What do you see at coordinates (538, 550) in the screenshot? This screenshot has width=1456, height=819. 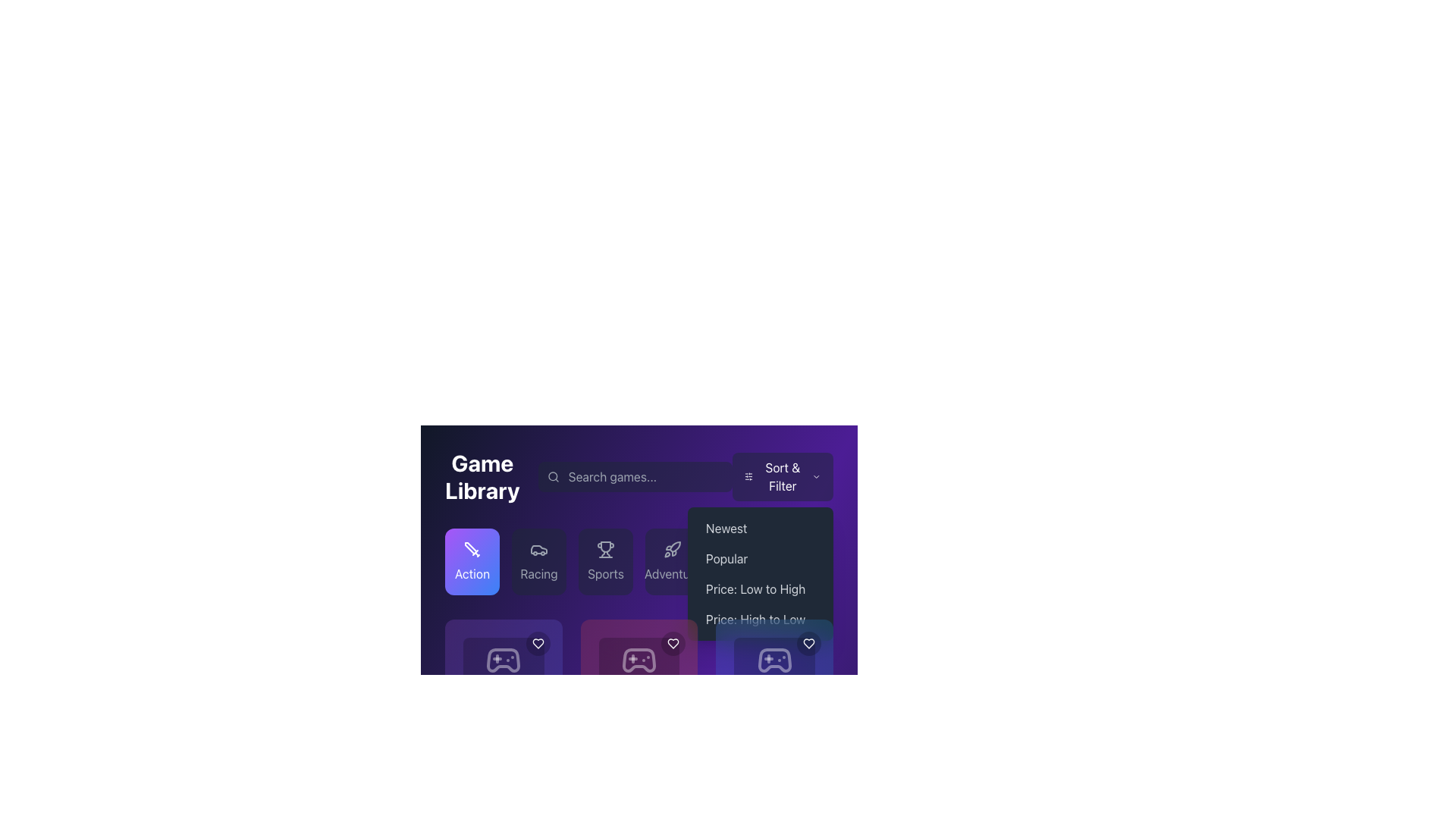 I see `the car-related category icon to trigger a tooltip or visual feedback` at bounding box center [538, 550].